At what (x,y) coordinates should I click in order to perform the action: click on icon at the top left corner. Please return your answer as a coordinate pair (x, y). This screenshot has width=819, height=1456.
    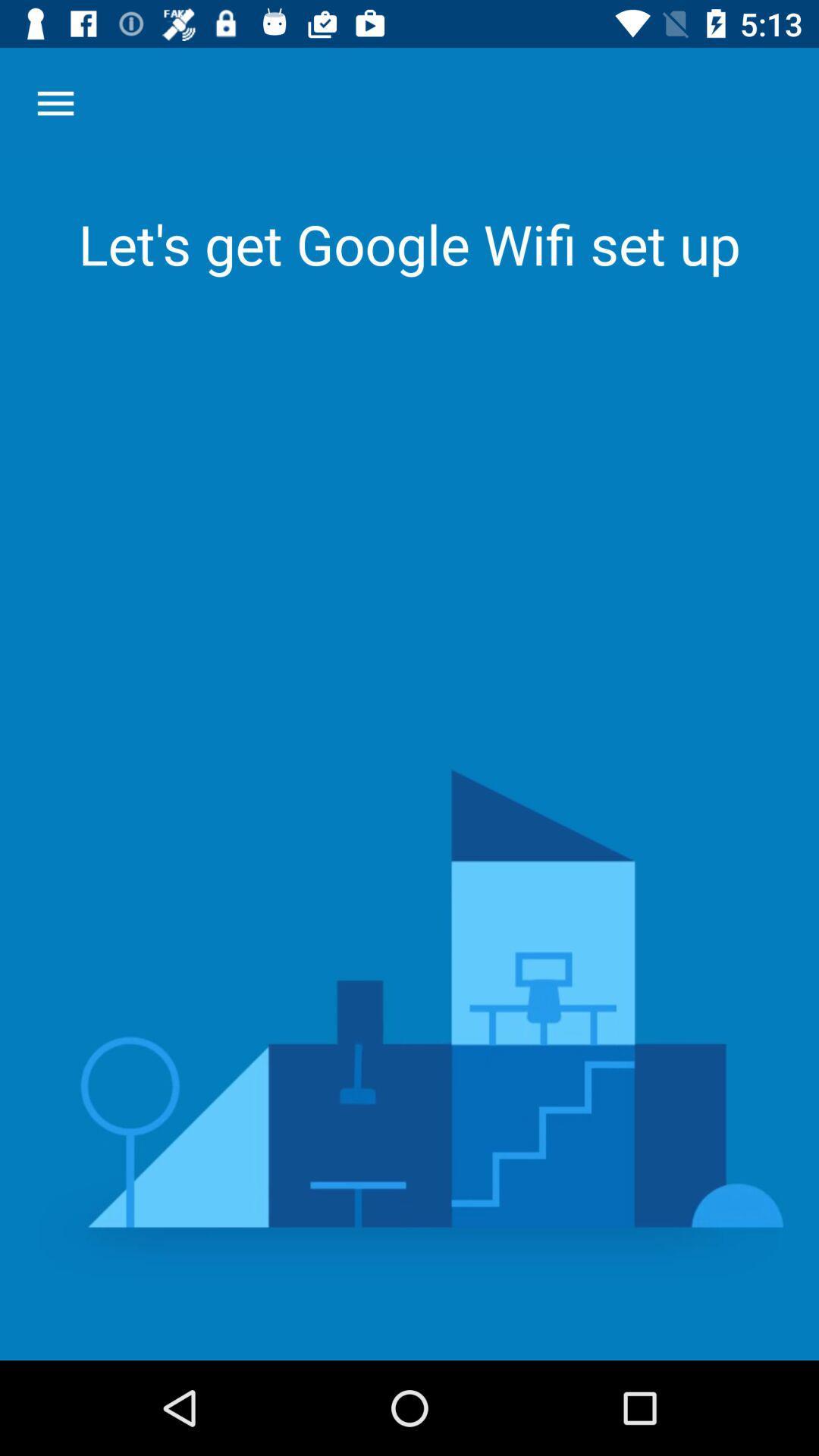
    Looking at the image, I should click on (55, 102).